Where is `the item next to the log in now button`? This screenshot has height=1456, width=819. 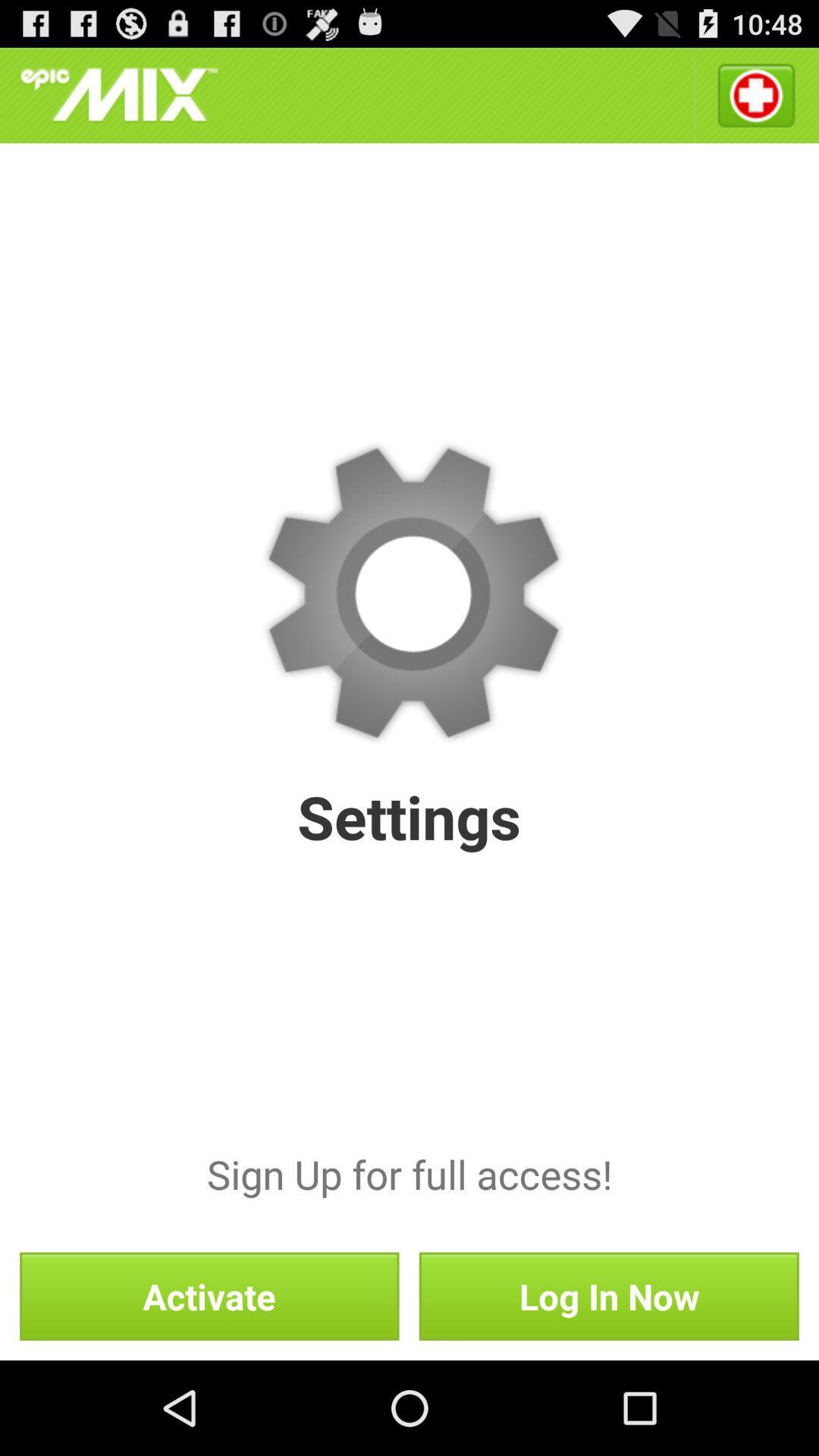 the item next to the log in now button is located at coordinates (209, 1295).